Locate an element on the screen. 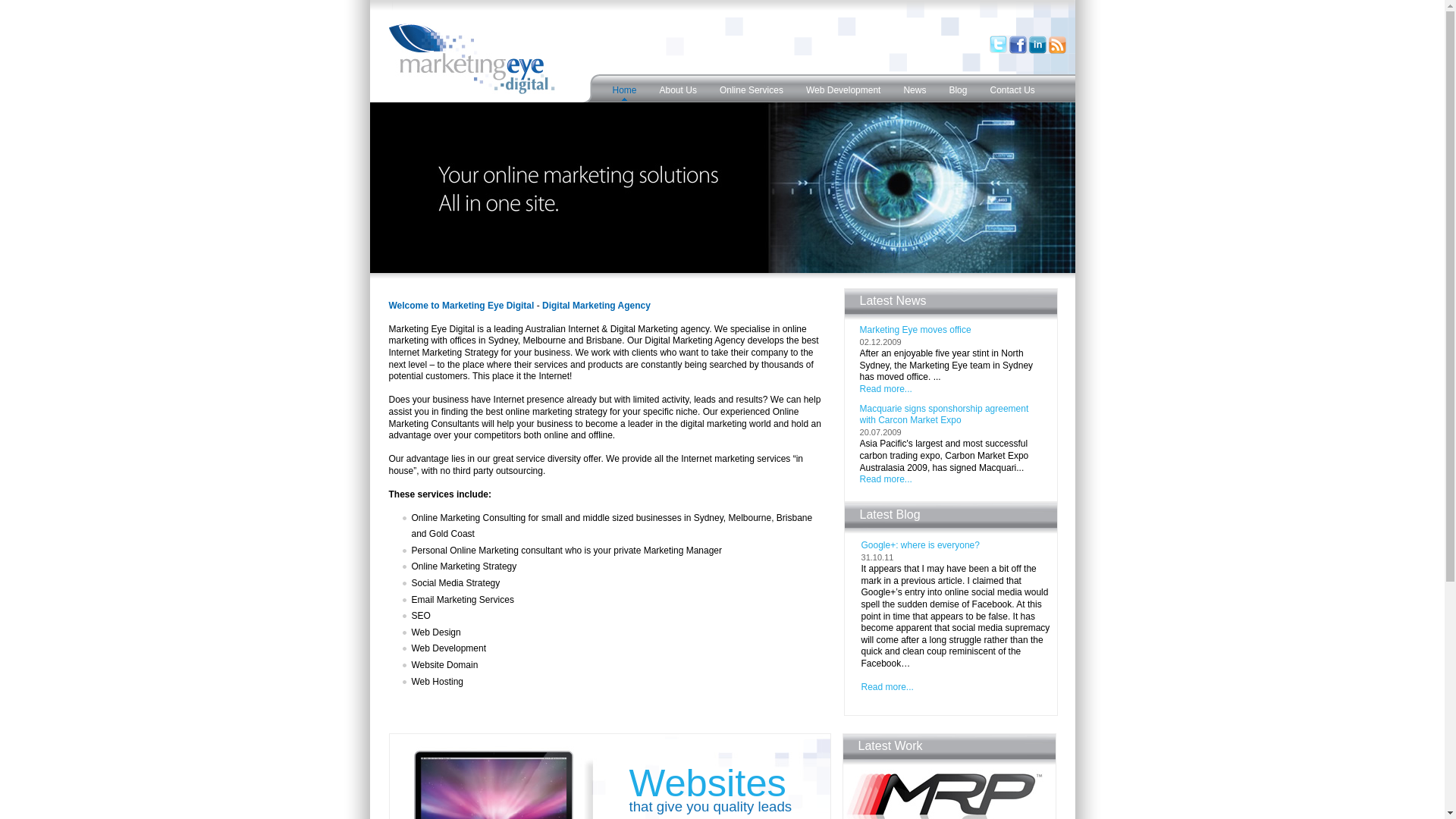 This screenshot has height=819, width=1456. 'Follow us on Twitter' is located at coordinates (998, 51).